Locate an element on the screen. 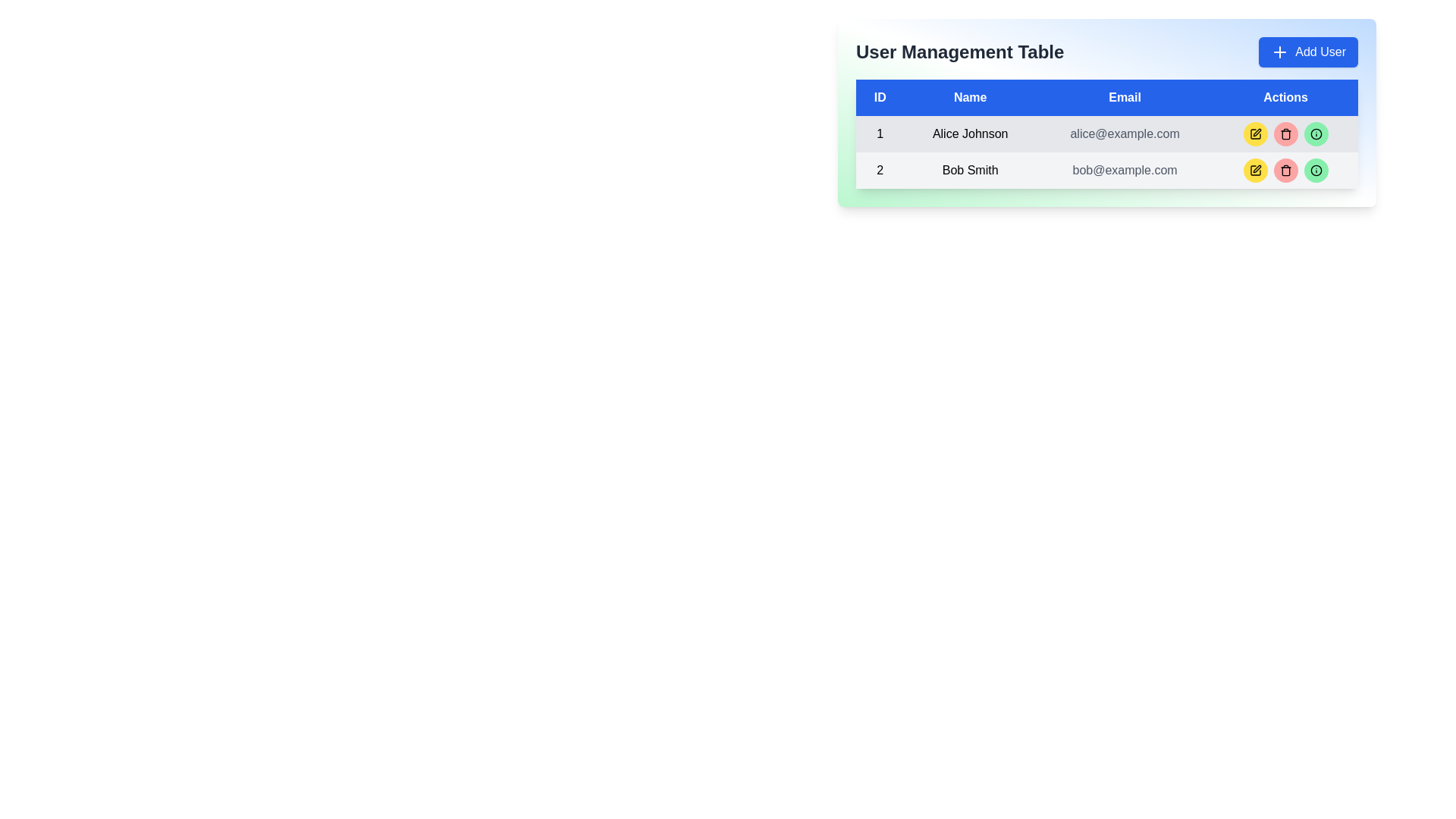 The image size is (1456, 819). the numerical indicator displaying the number '2' in black text, which is located in the second row under the 'ID' column of the table is located at coordinates (880, 170).